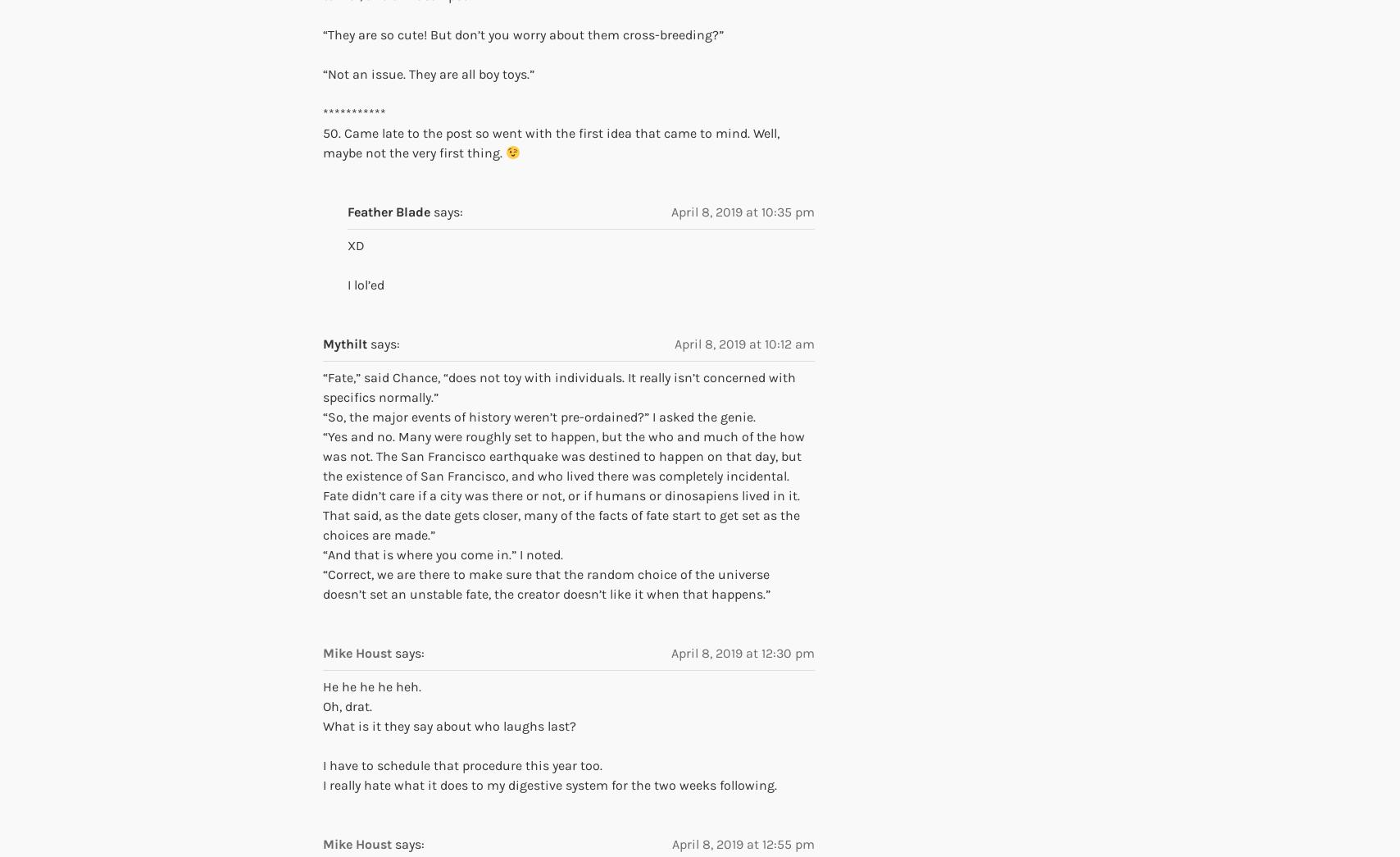 The image size is (1400, 857). Describe the element at coordinates (323, 33) in the screenshot. I see `'“They are so cute!  But  don’t you worry about them cross-breeding?”'` at that location.